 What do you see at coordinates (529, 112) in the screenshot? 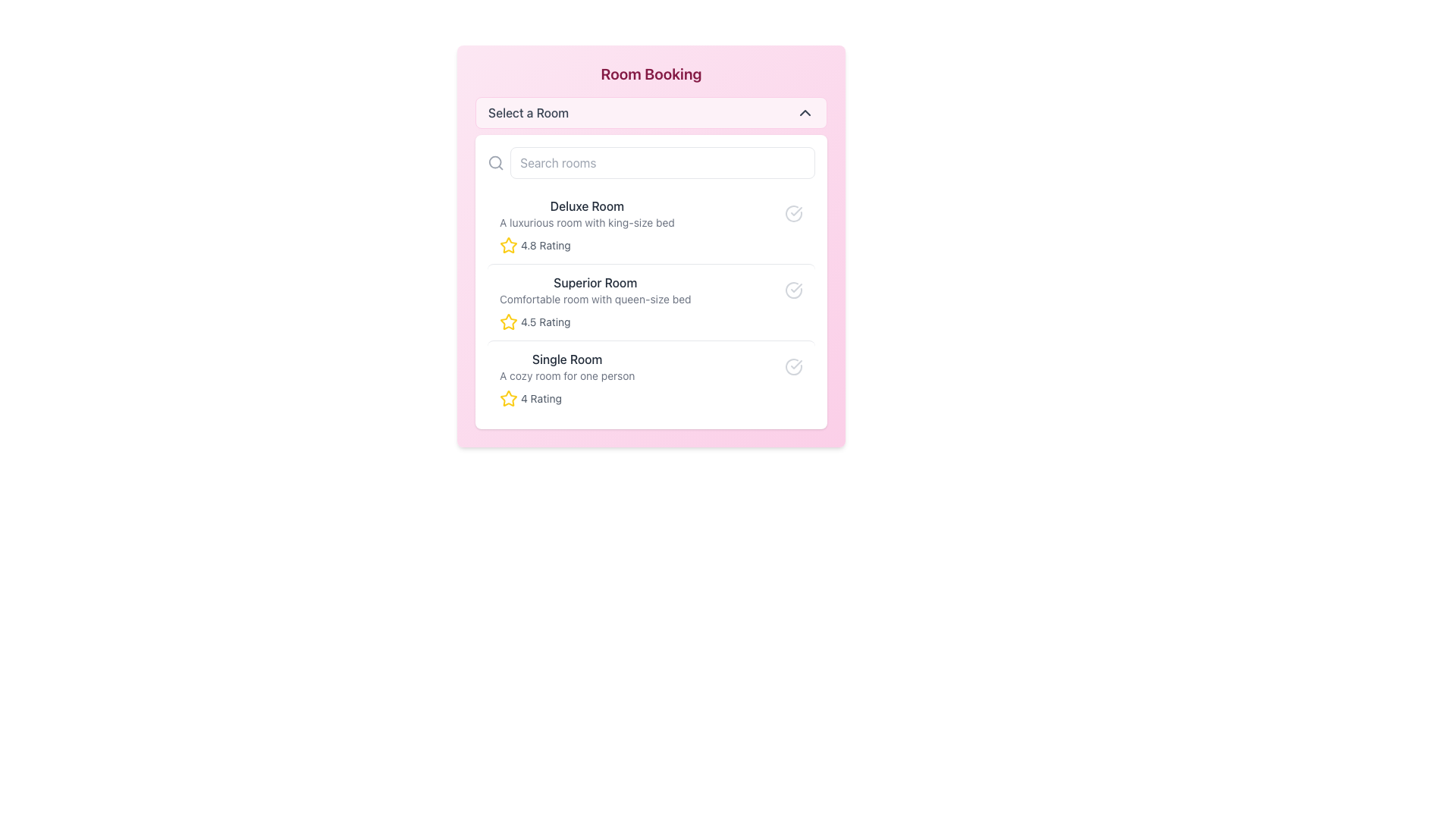
I see `the Text Label indicating to select a room, which is positioned to the left of the chevron-down icon in the pink header section of the 'Room Booking' card` at bounding box center [529, 112].